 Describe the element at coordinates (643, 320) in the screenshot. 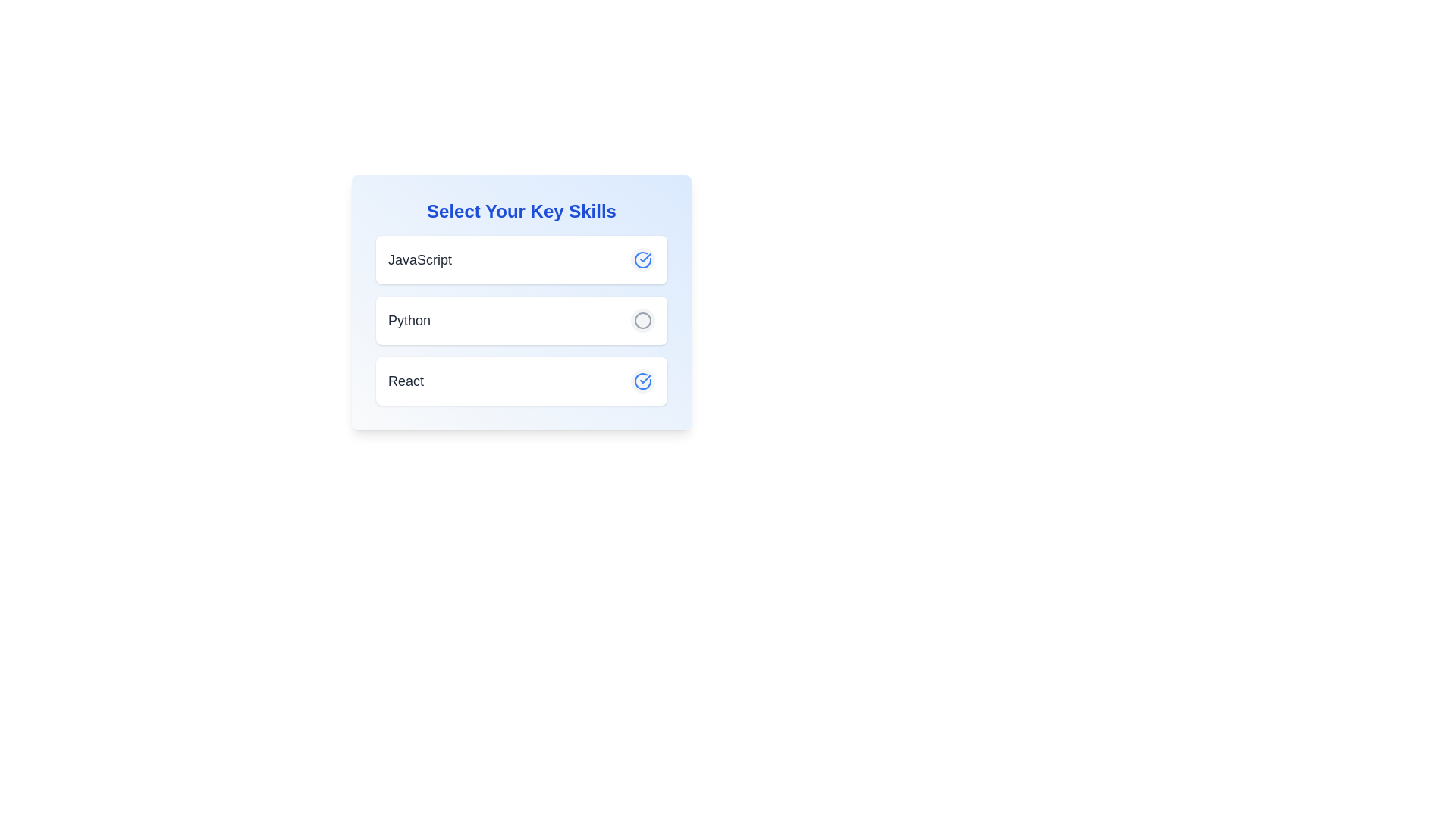

I see `the skill Python by clicking its associated button` at that location.